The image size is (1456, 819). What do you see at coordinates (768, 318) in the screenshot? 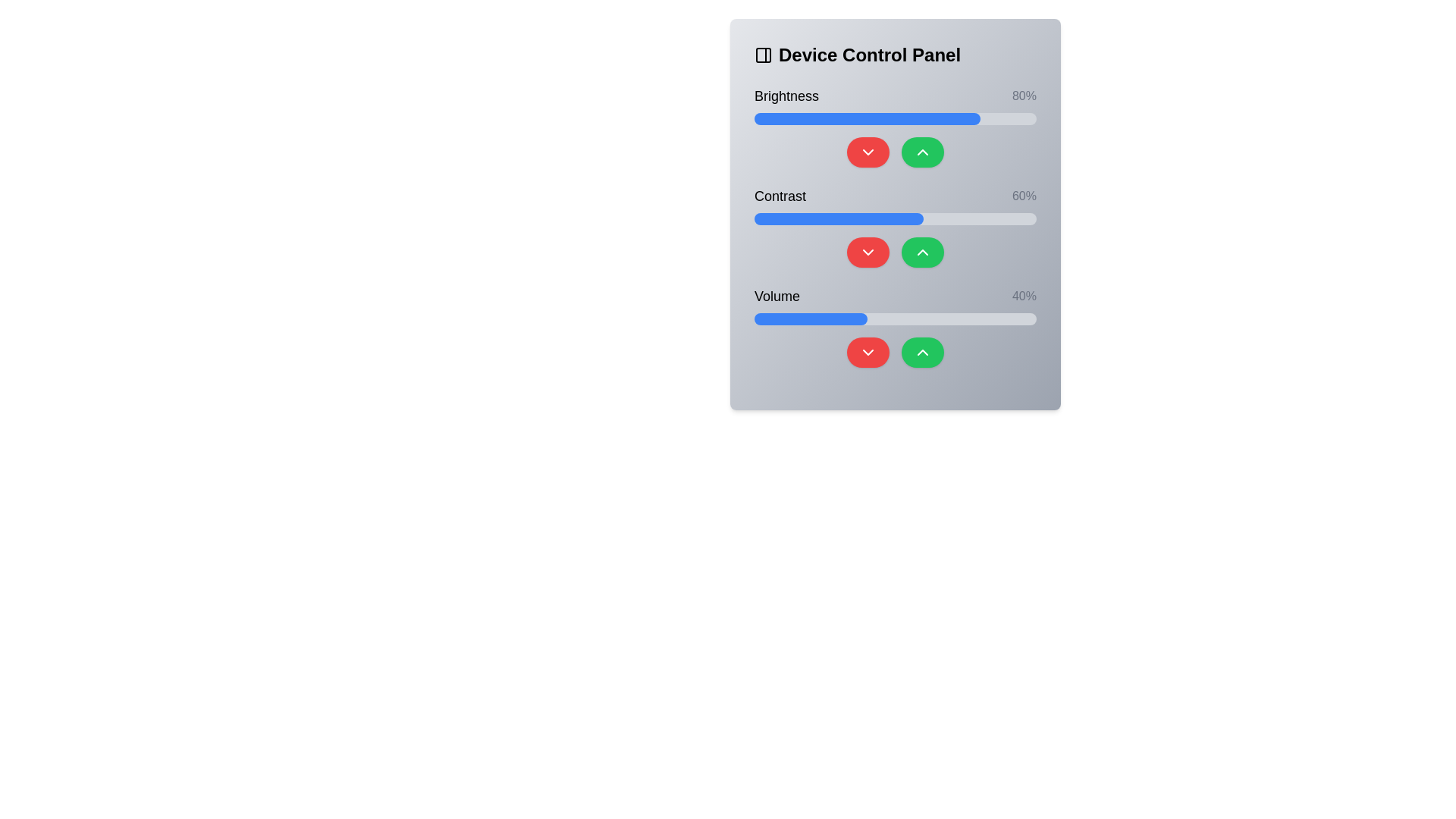
I see `the progress of the slider` at bounding box center [768, 318].